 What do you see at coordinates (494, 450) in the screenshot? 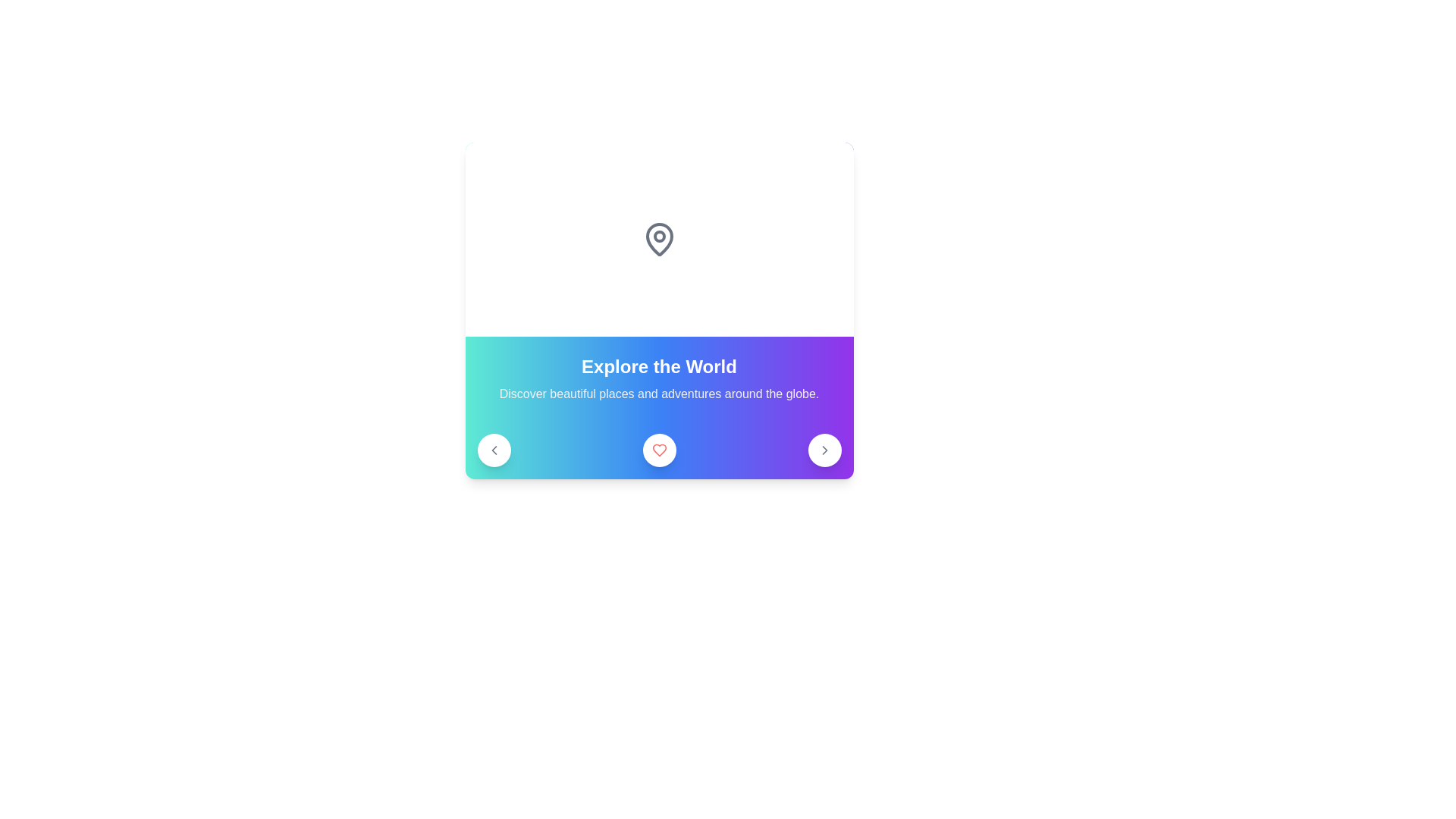
I see `the leftward-pointing chevron arrow icon, which is styled in a neutral color and positioned in the left navigation area of the feature card` at bounding box center [494, 450].